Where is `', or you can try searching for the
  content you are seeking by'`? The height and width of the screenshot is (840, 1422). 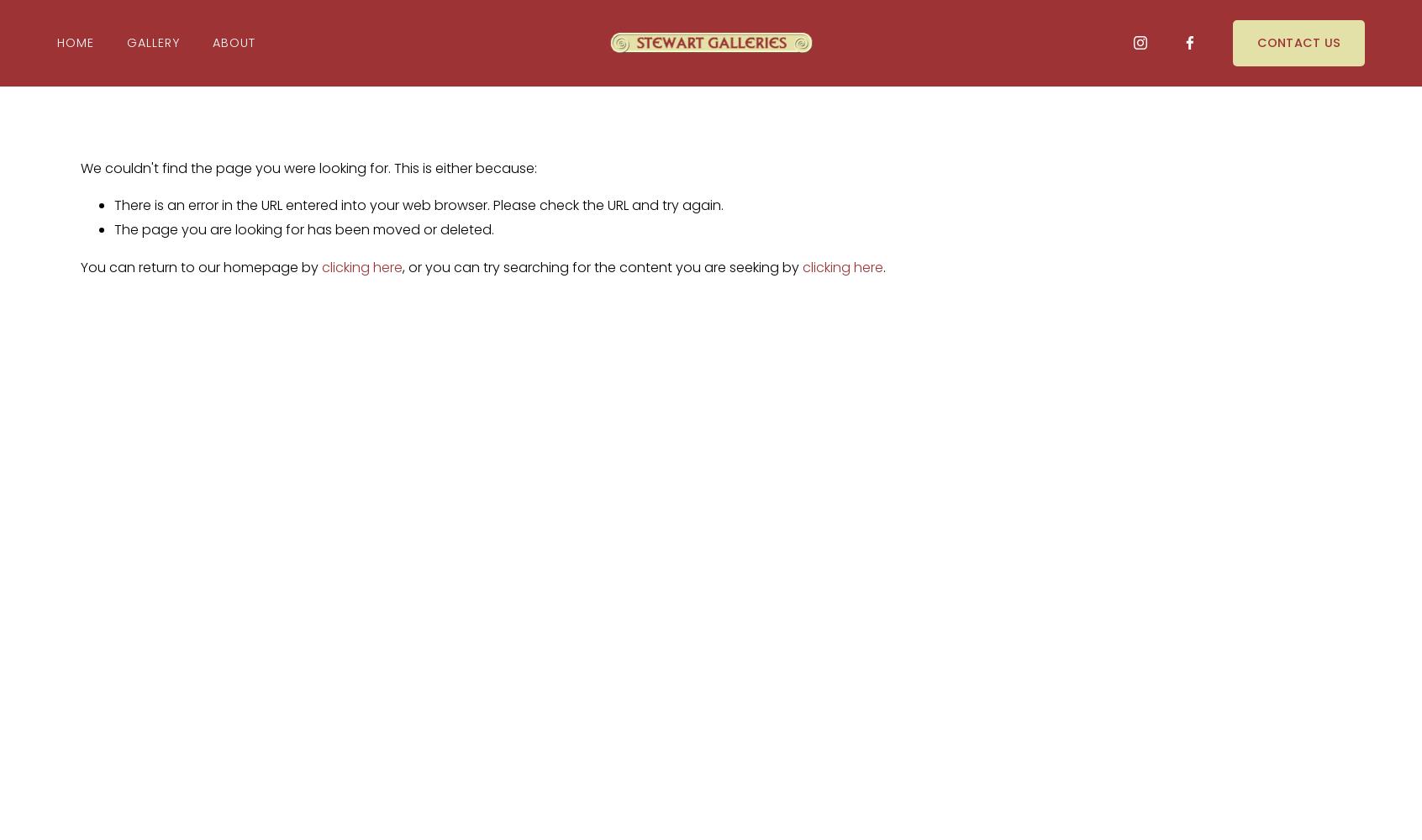
', or you can try searching for the
  content you are seeking by' is located at coordinates (602, 265).